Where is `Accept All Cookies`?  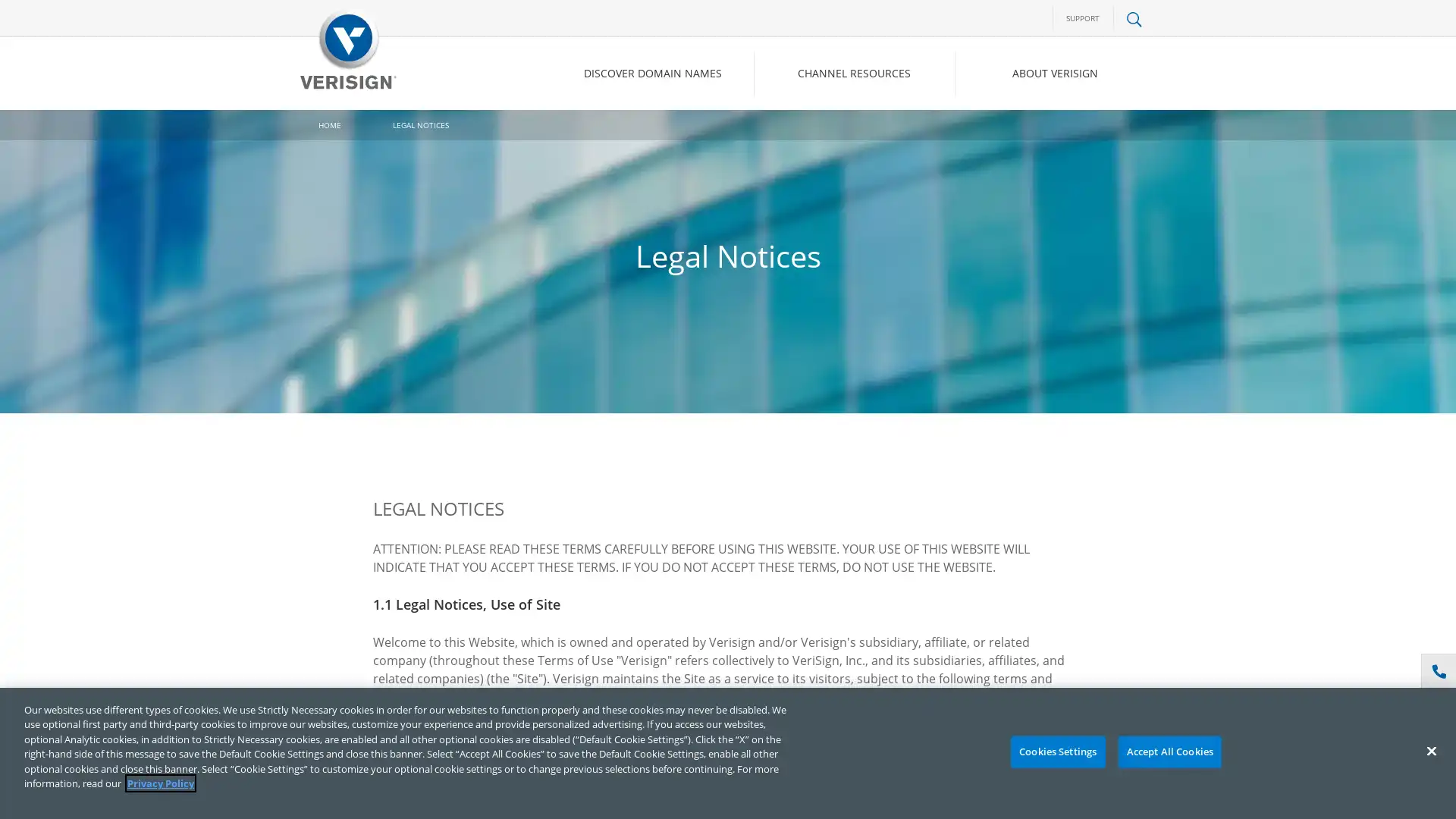
Accept All Cookies is located at coordinates (1169, 752).